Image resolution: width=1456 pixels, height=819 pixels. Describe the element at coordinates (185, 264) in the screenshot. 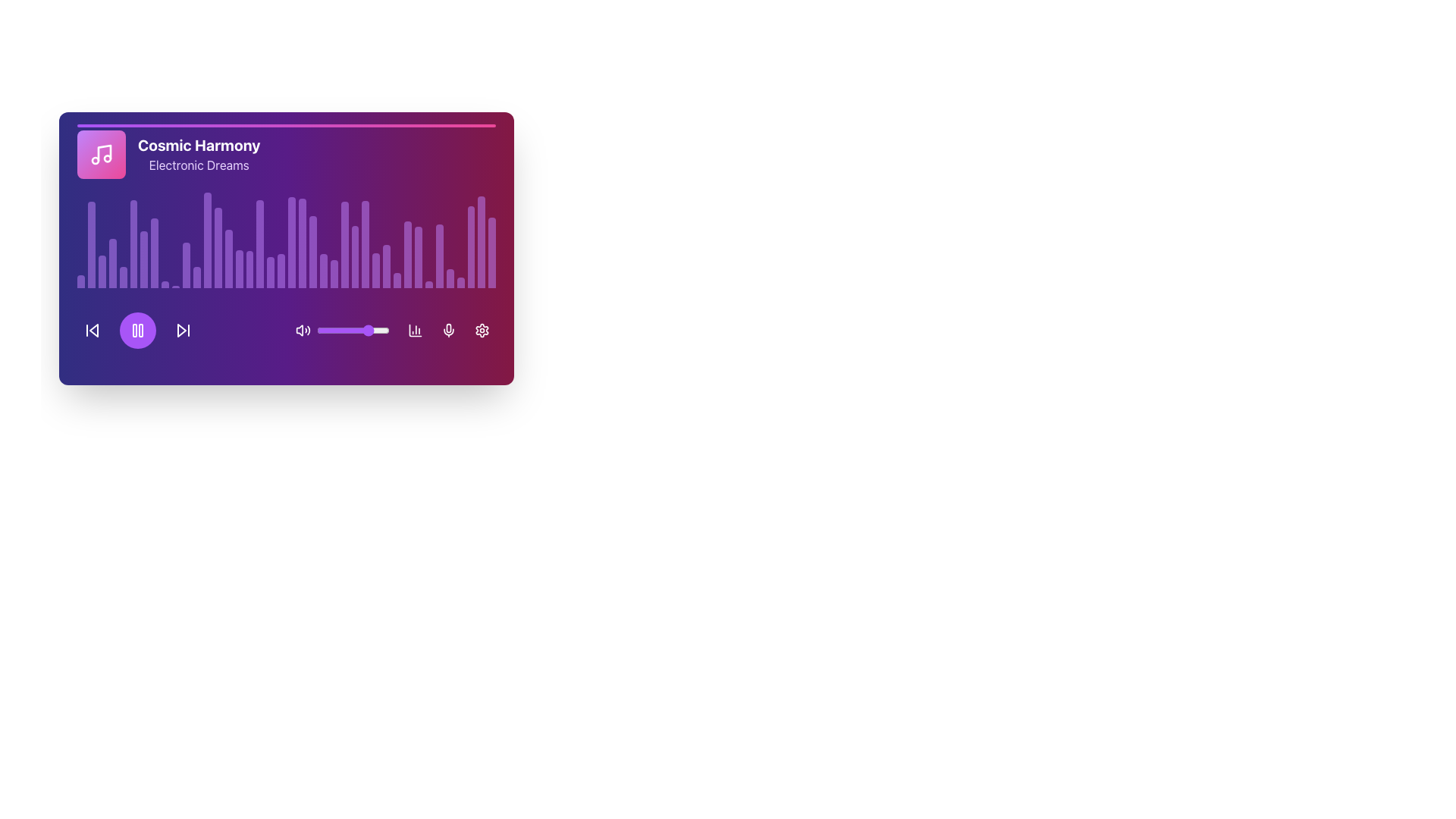

I see `the height of the 11th vertical bar in the graph, which has a purple semi-transparent background and rounded top corners, as it changes` at that location.